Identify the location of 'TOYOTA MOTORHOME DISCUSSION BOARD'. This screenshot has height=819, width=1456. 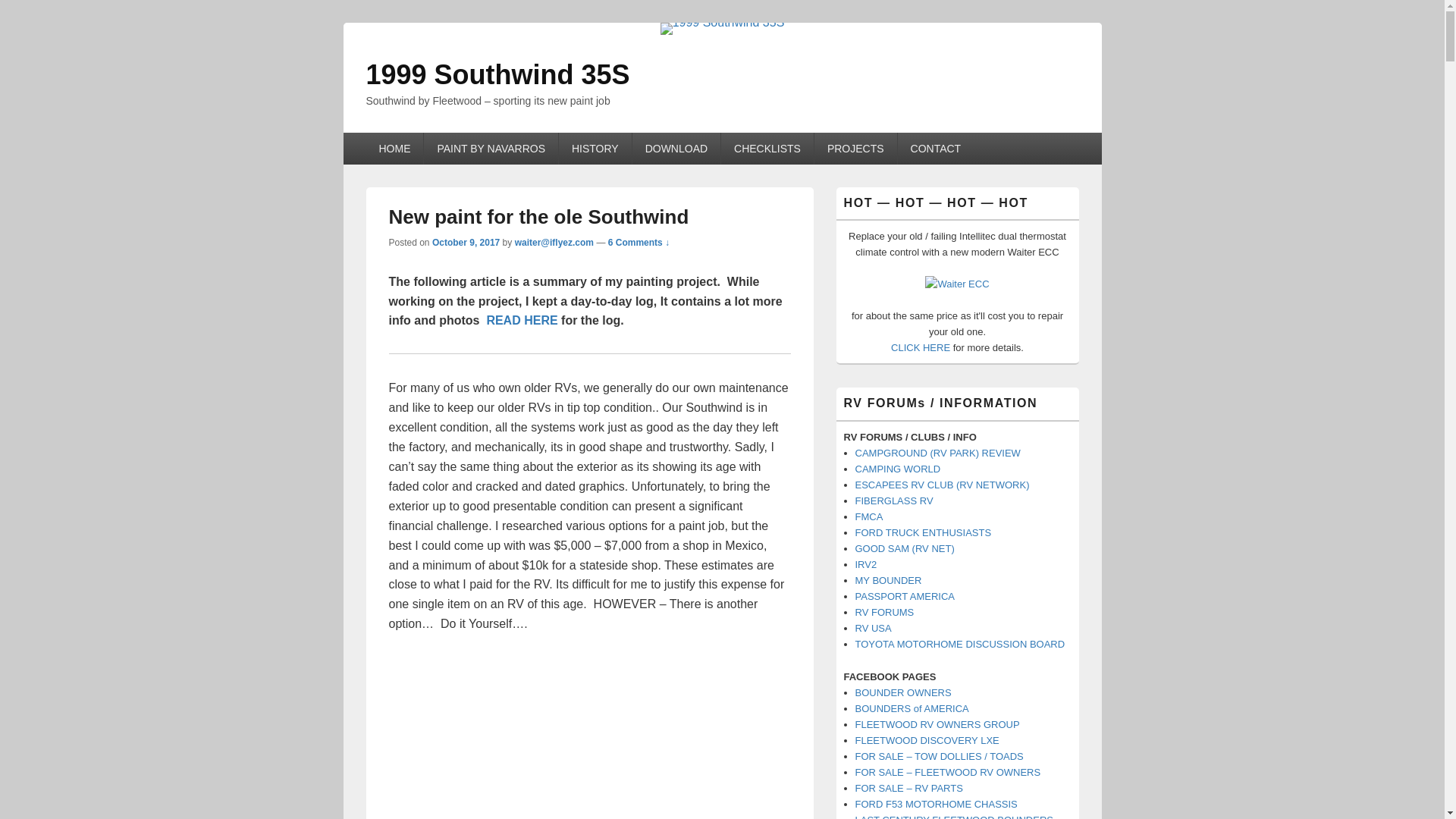
(855, 644).